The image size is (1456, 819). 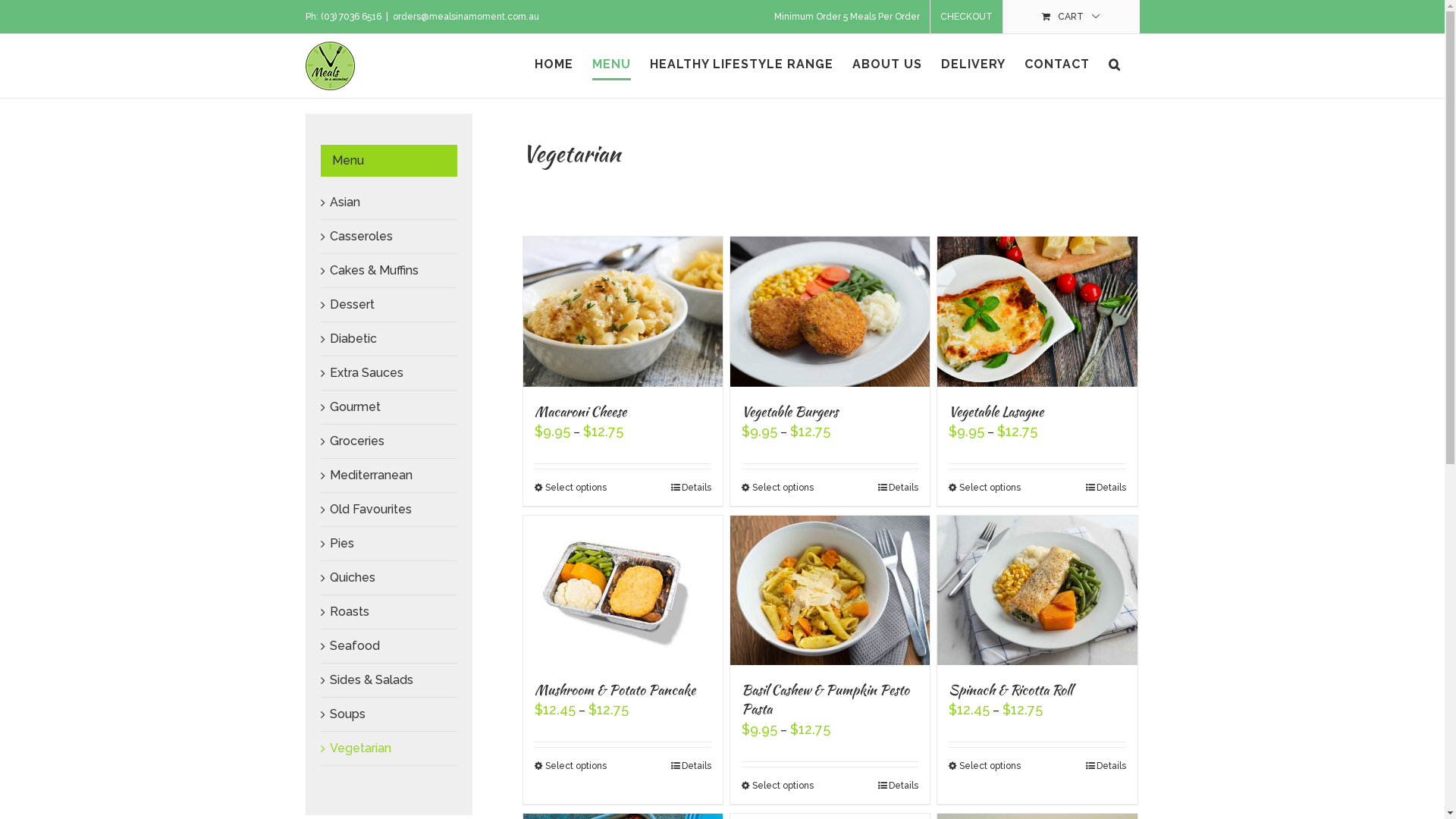 What do you see at coordinates (965, 17) in the screenshot?
I see `'CHECKOUT'` at bounding box center [965, 17].